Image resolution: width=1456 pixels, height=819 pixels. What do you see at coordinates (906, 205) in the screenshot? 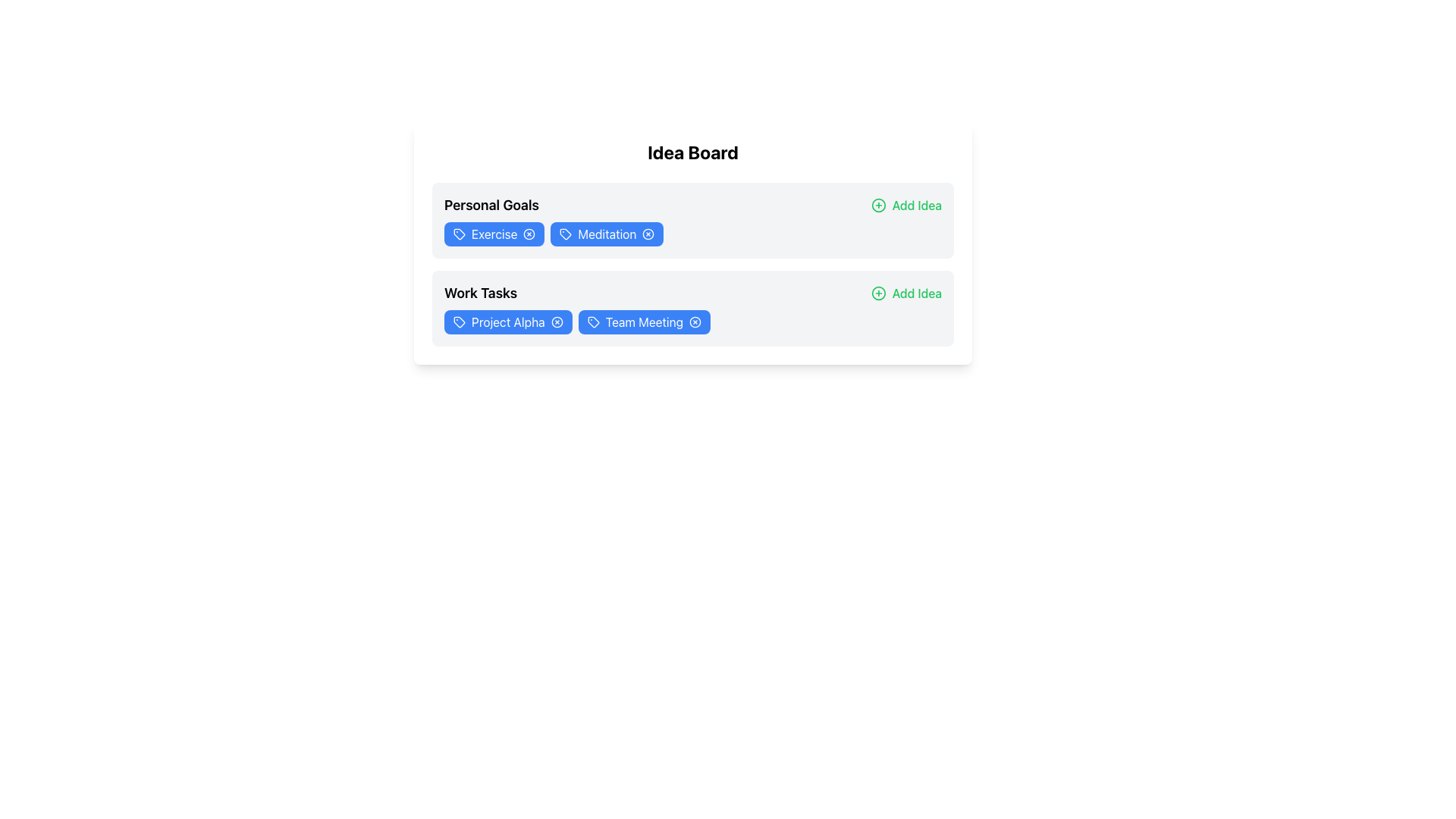
I see `the interactive button located in the top-right section of the 'Personal Goals' panel` at bounding box center [906, 205].